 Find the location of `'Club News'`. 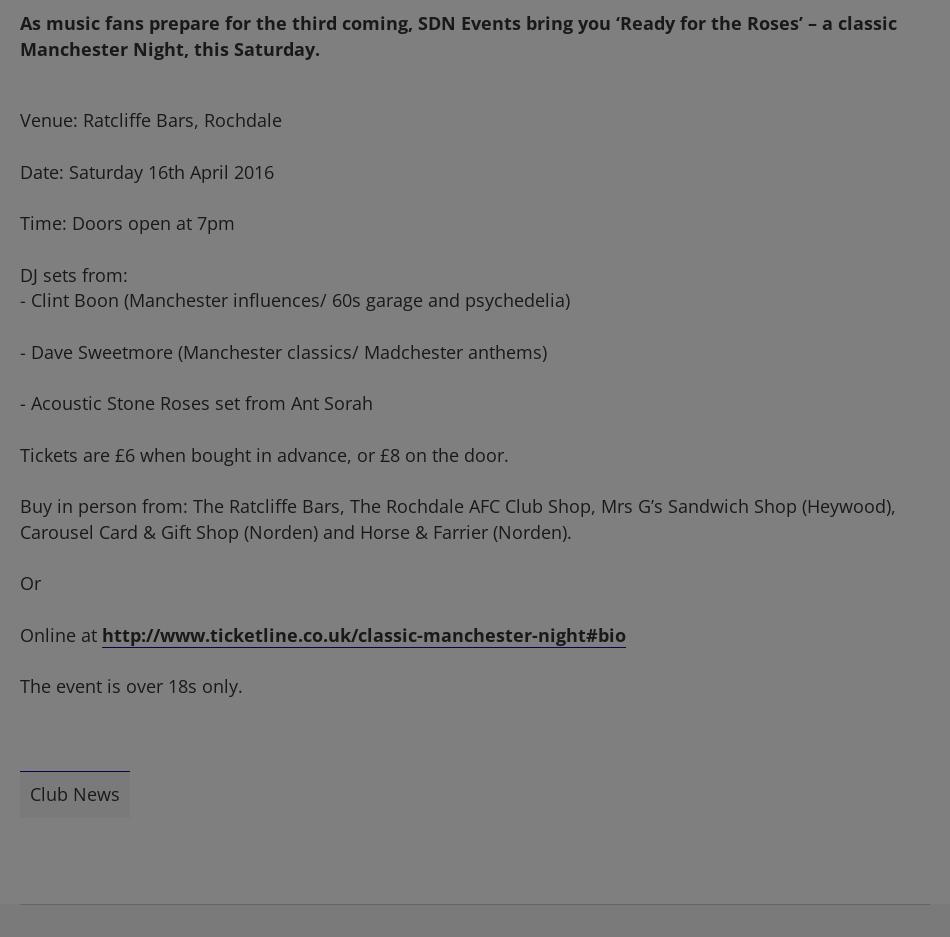

'Club News' is located at coordinates (30, 793).